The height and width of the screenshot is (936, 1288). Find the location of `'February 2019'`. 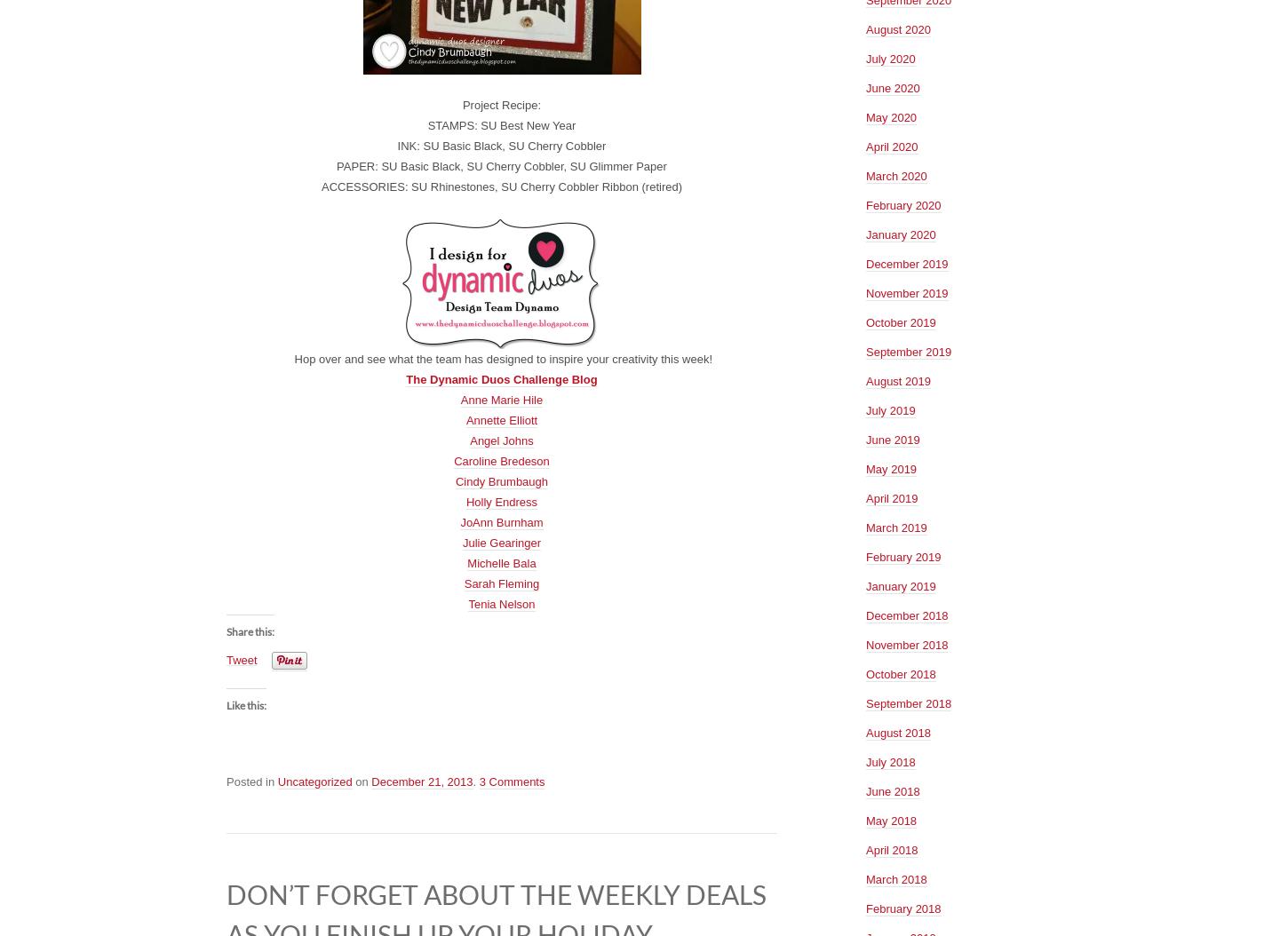

'February 2019' is located at coordinates (903, 555).